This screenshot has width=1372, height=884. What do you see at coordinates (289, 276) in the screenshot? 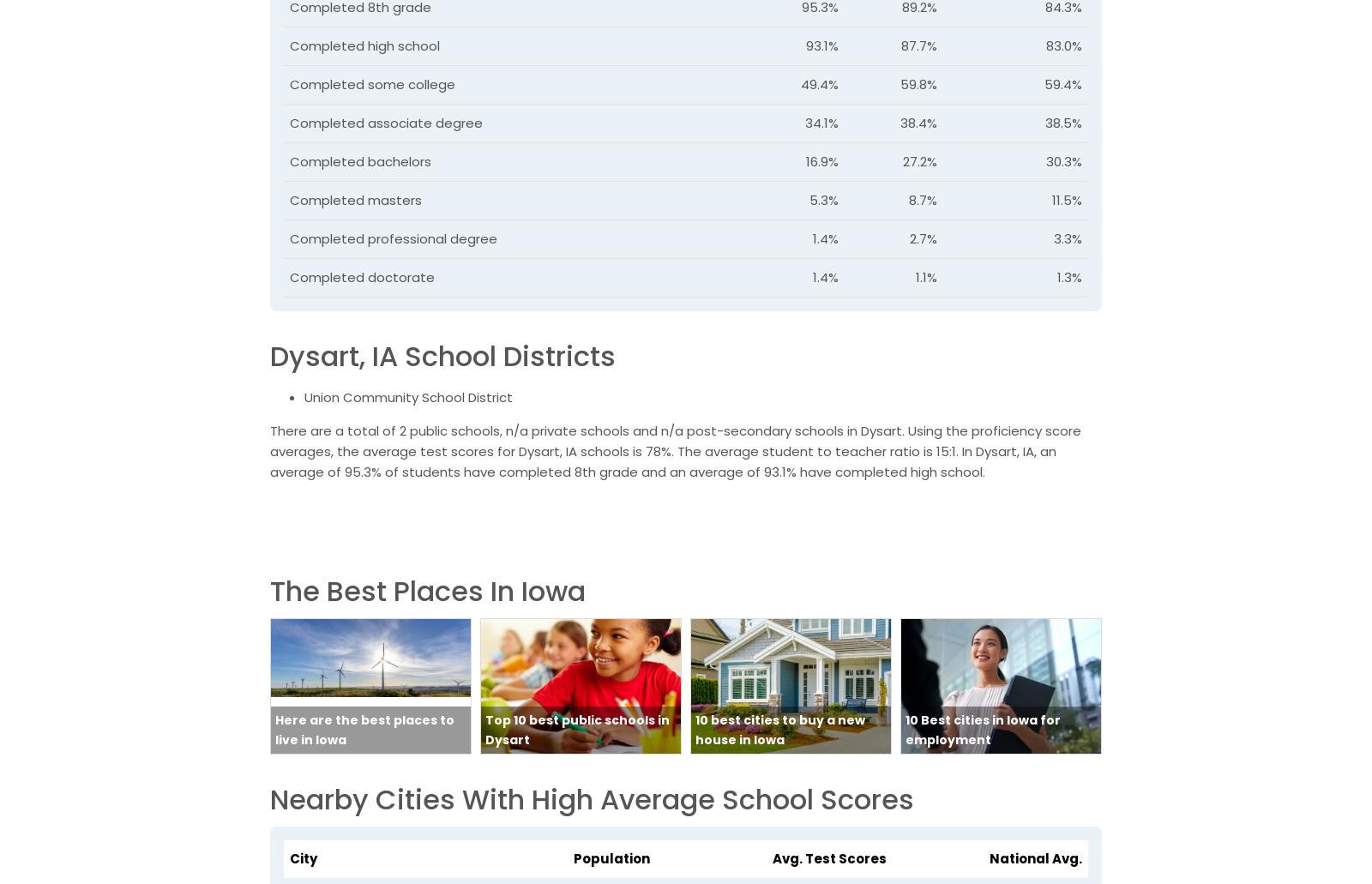
I see `'Completed doctorate'` at bounding box center [289, 276].